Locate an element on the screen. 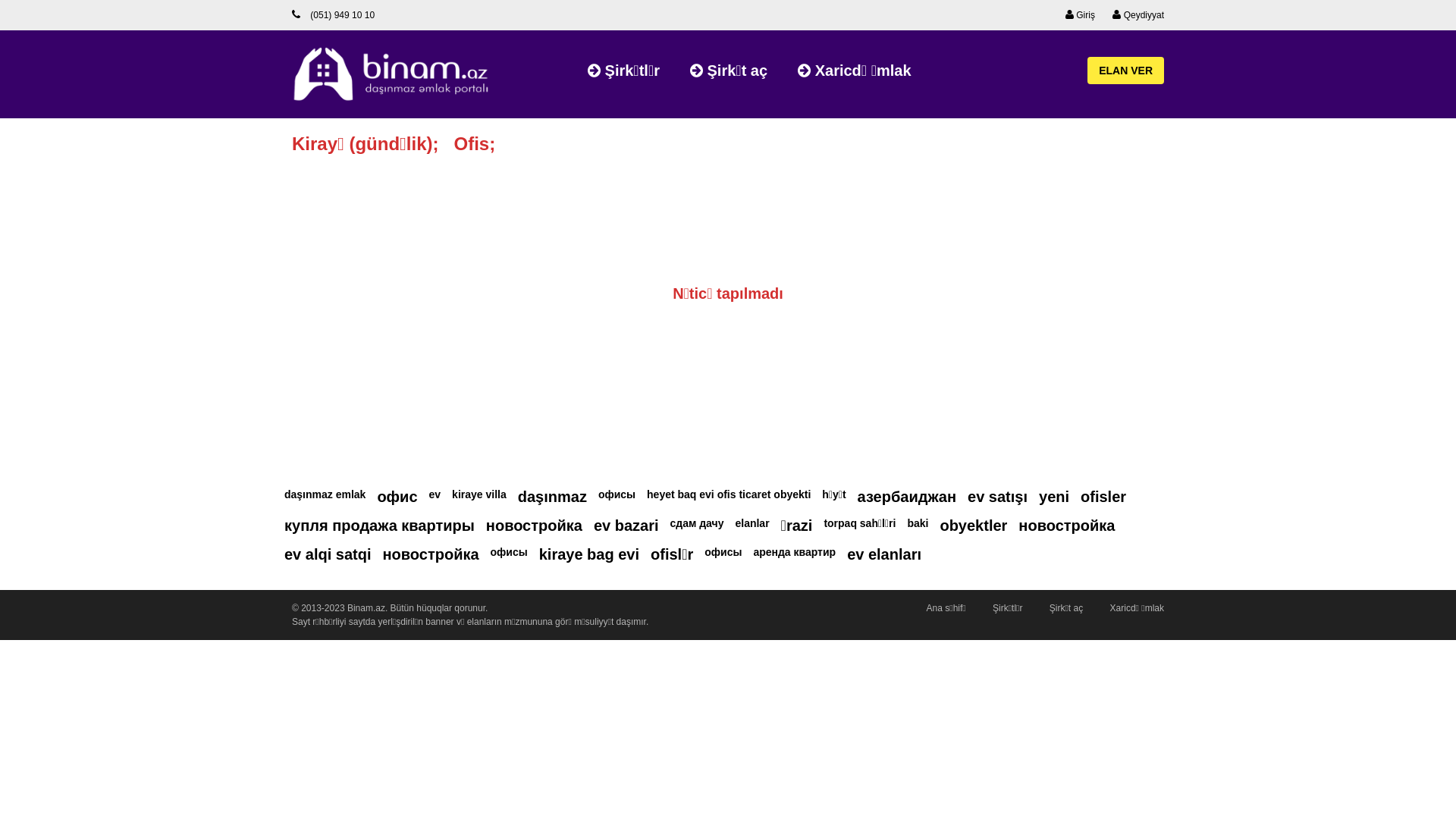 This screenshot has width=1456, height=819. 'baki' is located at coordinates (906, 522).